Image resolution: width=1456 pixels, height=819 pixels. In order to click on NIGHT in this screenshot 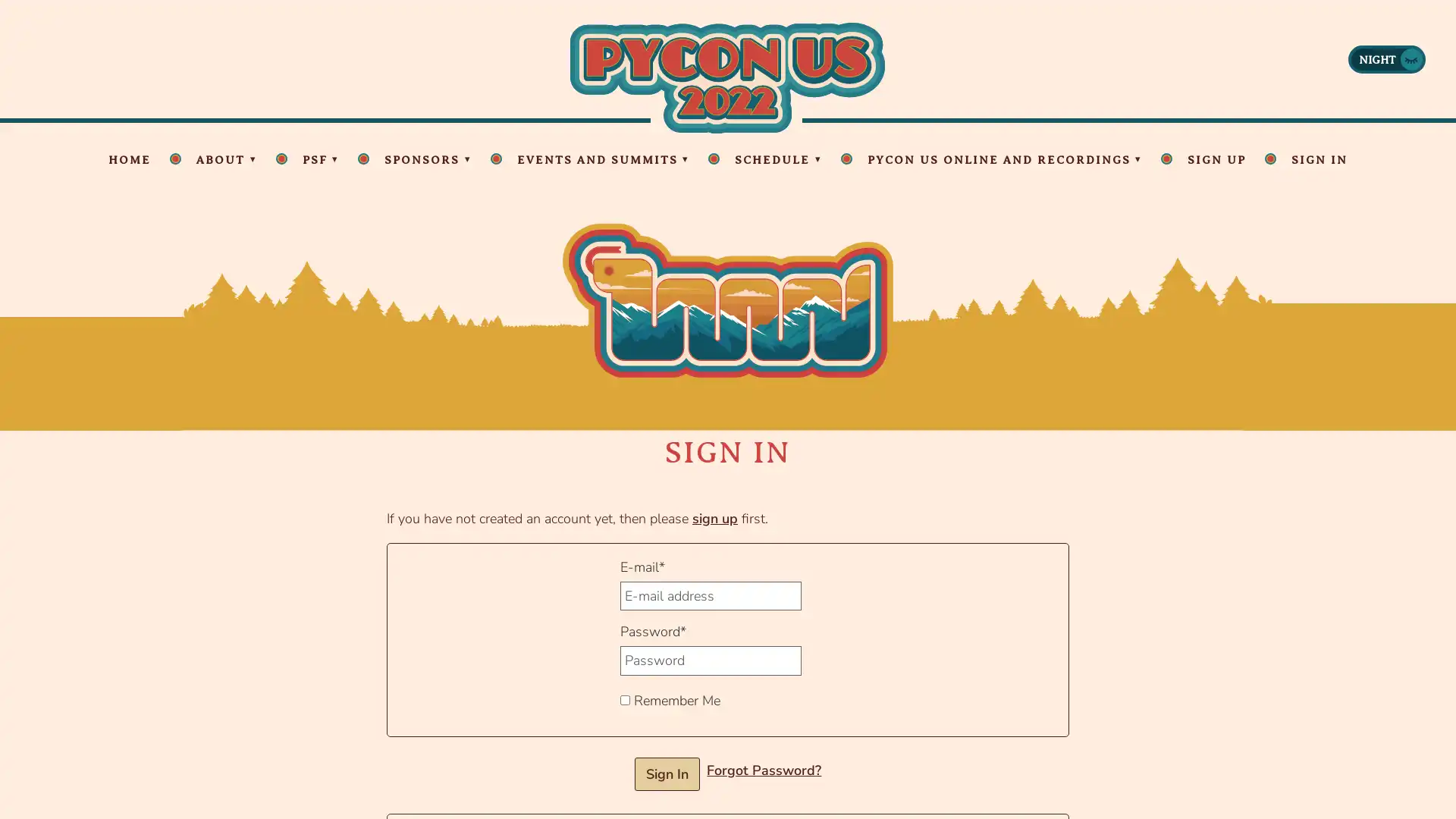, I will do `click(1386, 58)`.